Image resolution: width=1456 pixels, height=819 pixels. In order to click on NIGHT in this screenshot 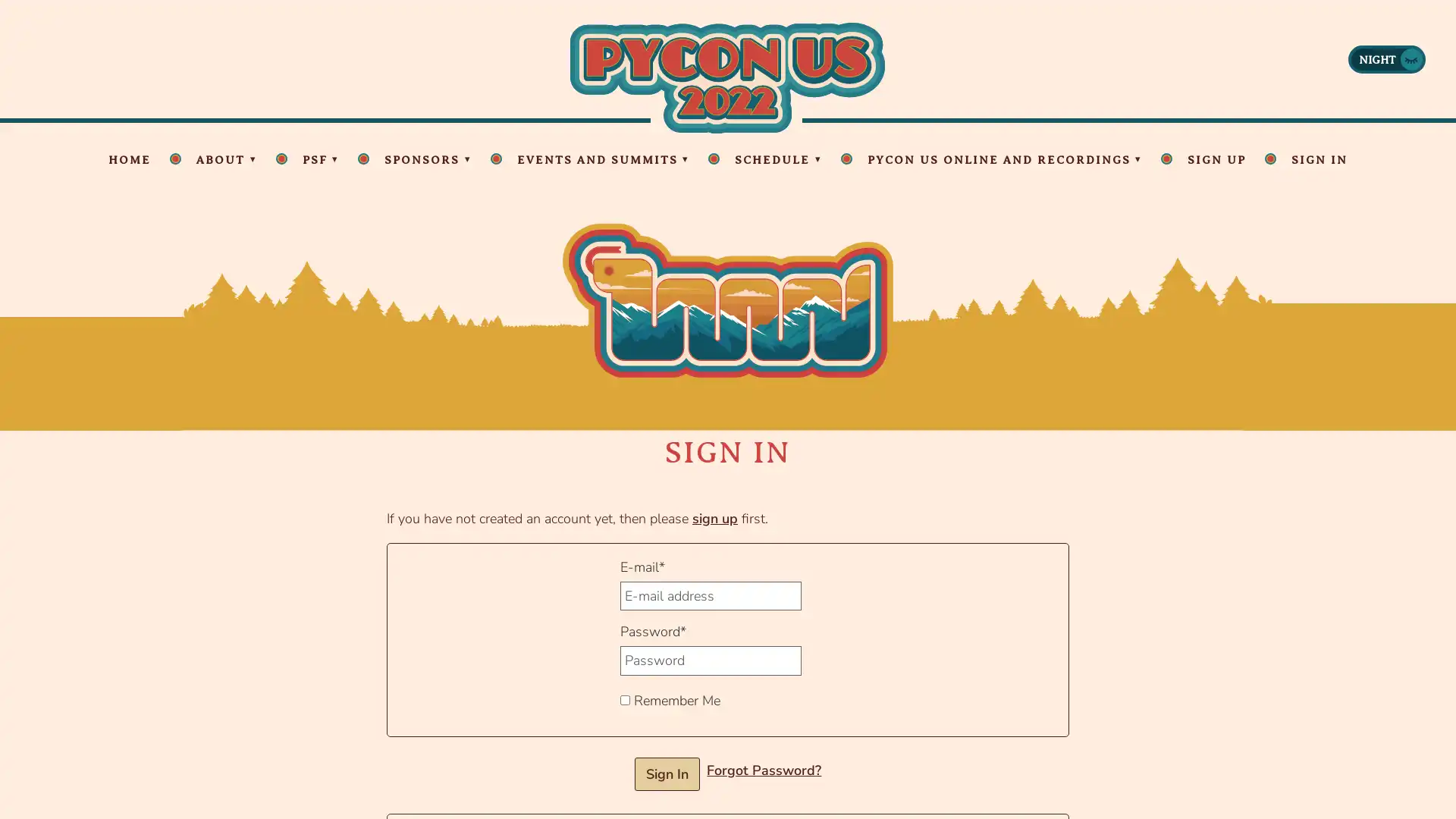, I will do `click(1386, 58)`.